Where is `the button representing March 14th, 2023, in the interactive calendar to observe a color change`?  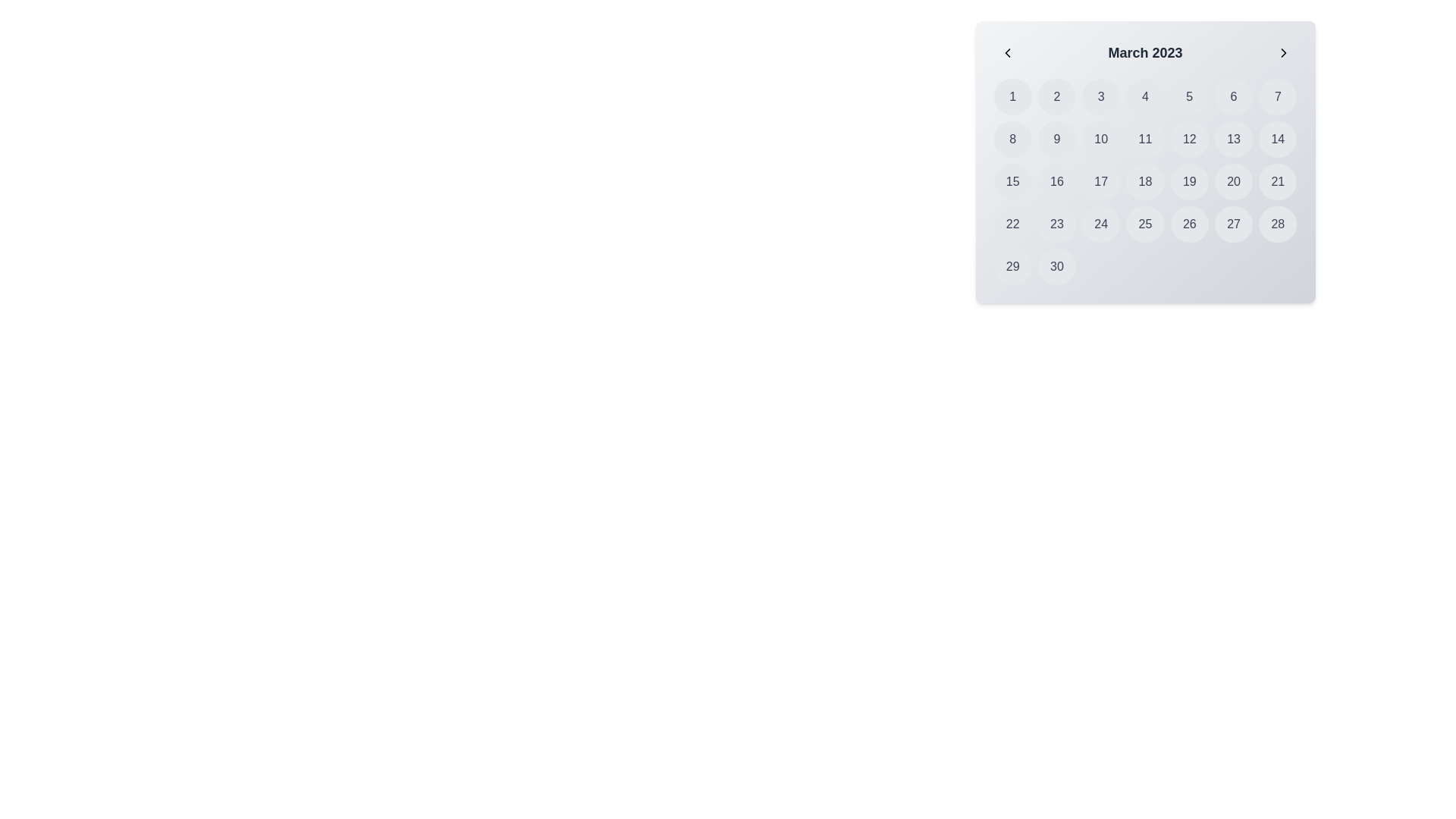 the button representing March 14th, 2023, in the interactive calendar to observe a color change is located at coordinates (1277, 140).